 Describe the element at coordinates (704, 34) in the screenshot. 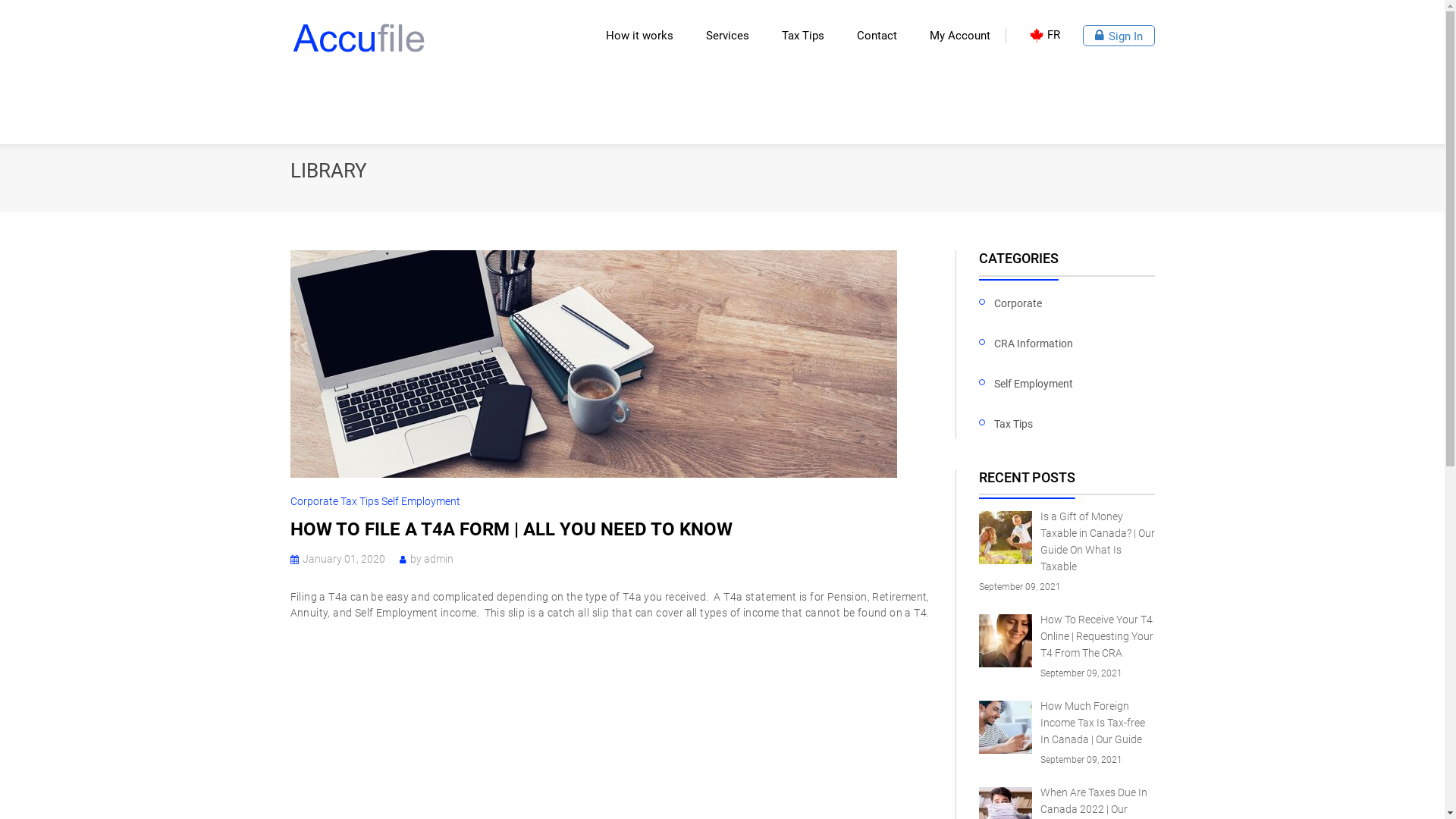

I see `'Services'` at that location.